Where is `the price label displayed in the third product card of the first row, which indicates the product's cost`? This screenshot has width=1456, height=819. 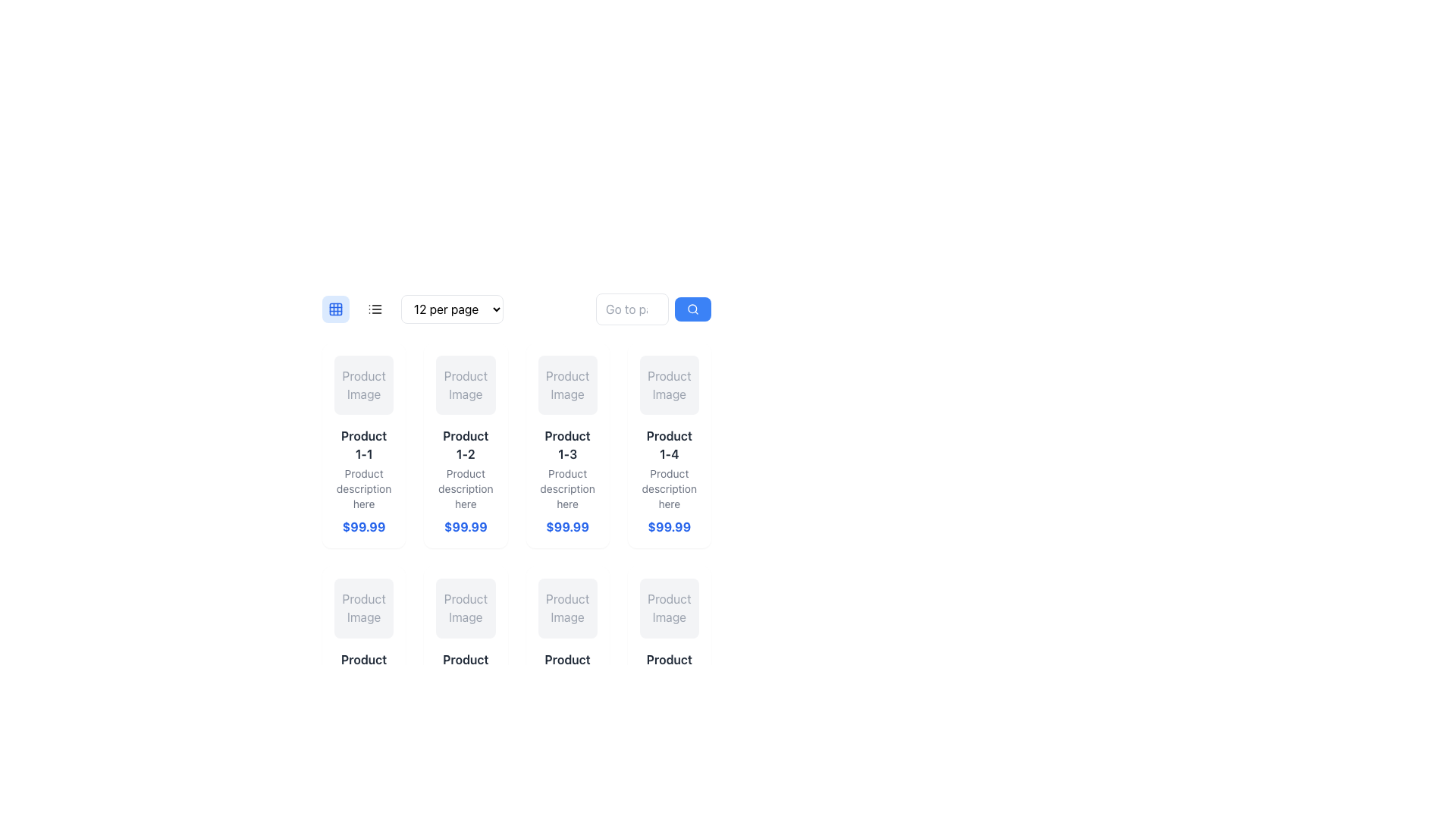 the price label displayed in the third product card of the first row, which indicates the product's cost is located at coordinates (566, 526).